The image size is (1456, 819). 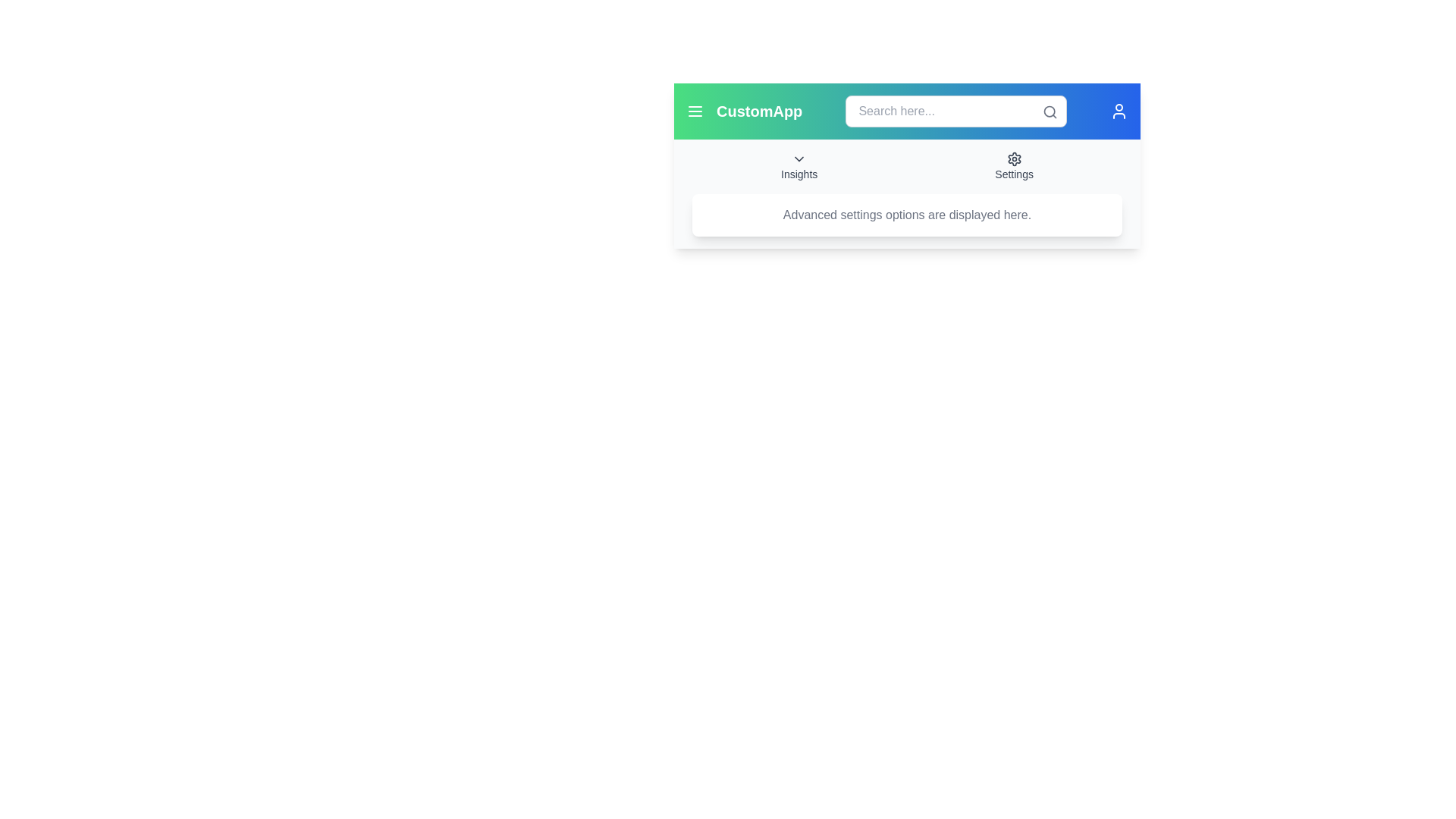 I want to click on the Dropdown toggle/button located centrally on the upper part of the interface, so click(x=799, y=166).